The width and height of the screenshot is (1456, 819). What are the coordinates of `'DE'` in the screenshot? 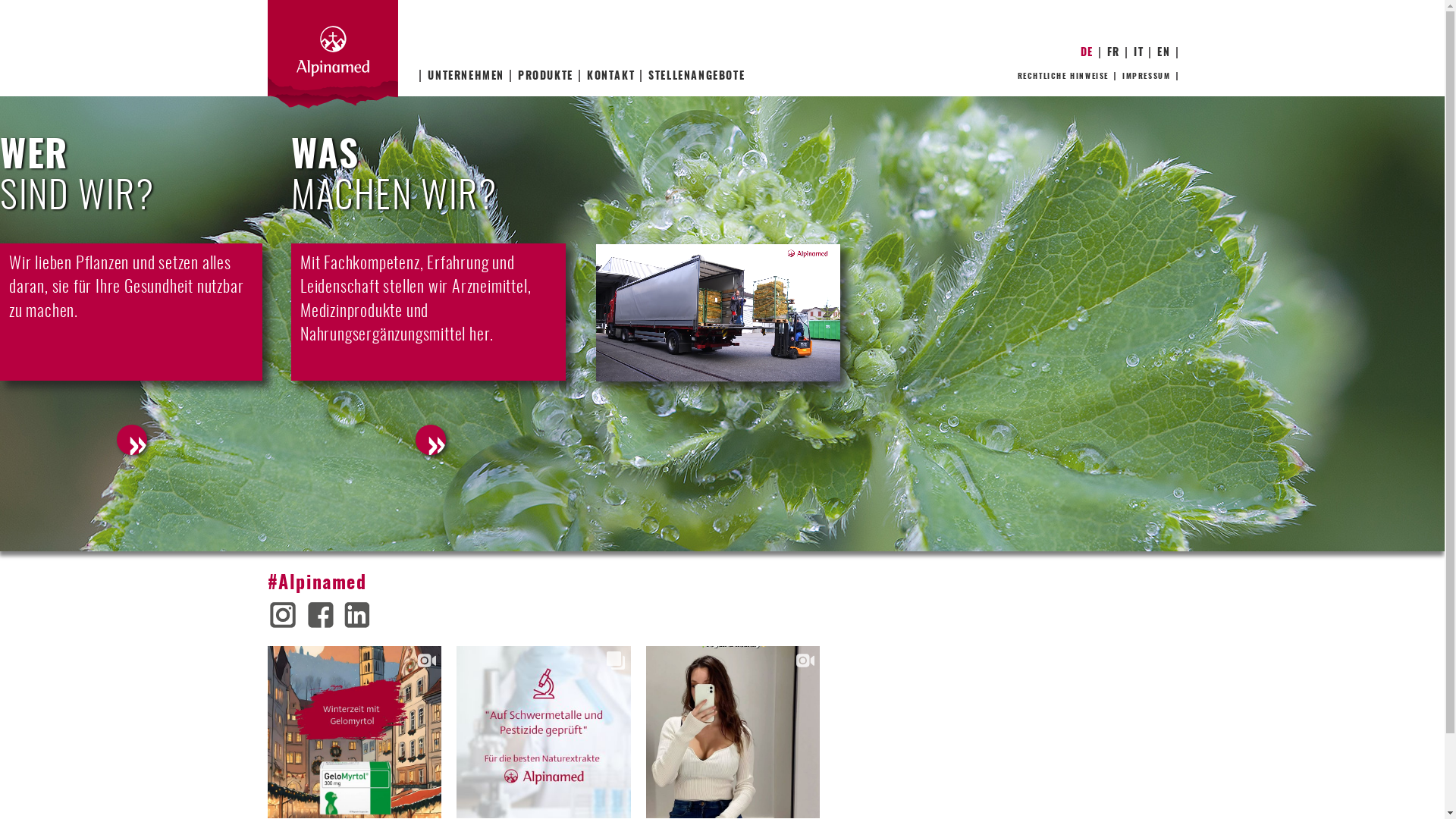 It's located at (1086, 52).